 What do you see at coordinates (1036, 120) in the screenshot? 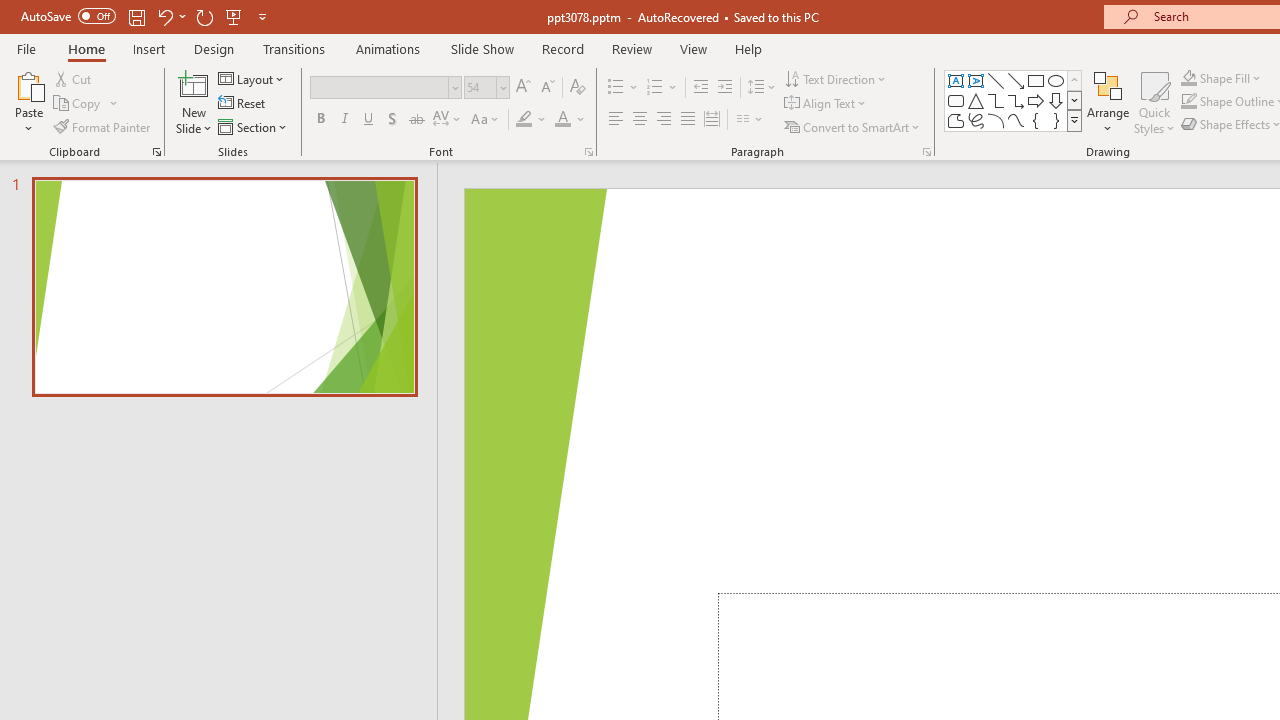
I see `'Left Brace'` at bounding box center [1036, 120].